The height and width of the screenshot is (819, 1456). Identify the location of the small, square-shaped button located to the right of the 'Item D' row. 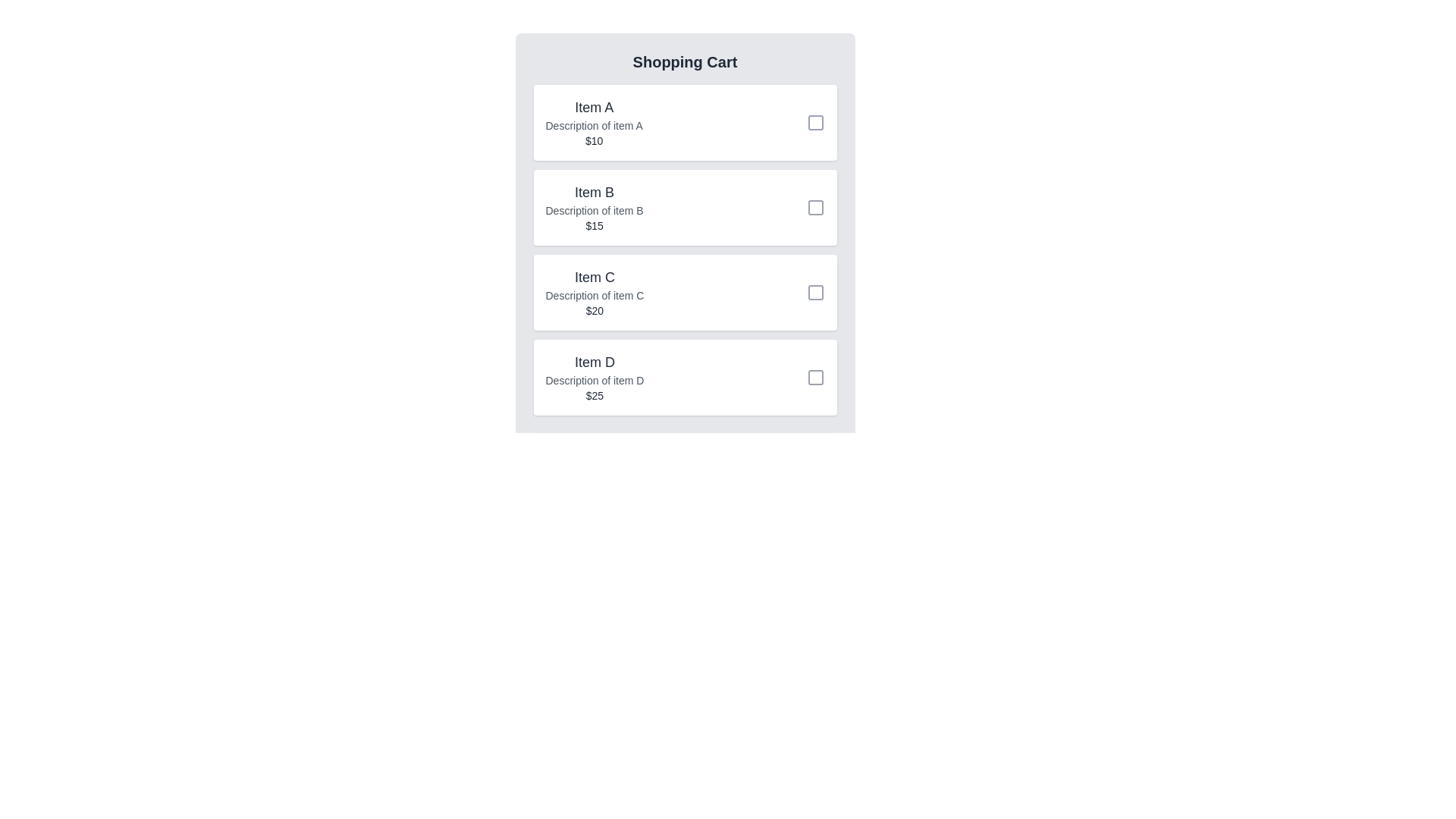
(814, 376).